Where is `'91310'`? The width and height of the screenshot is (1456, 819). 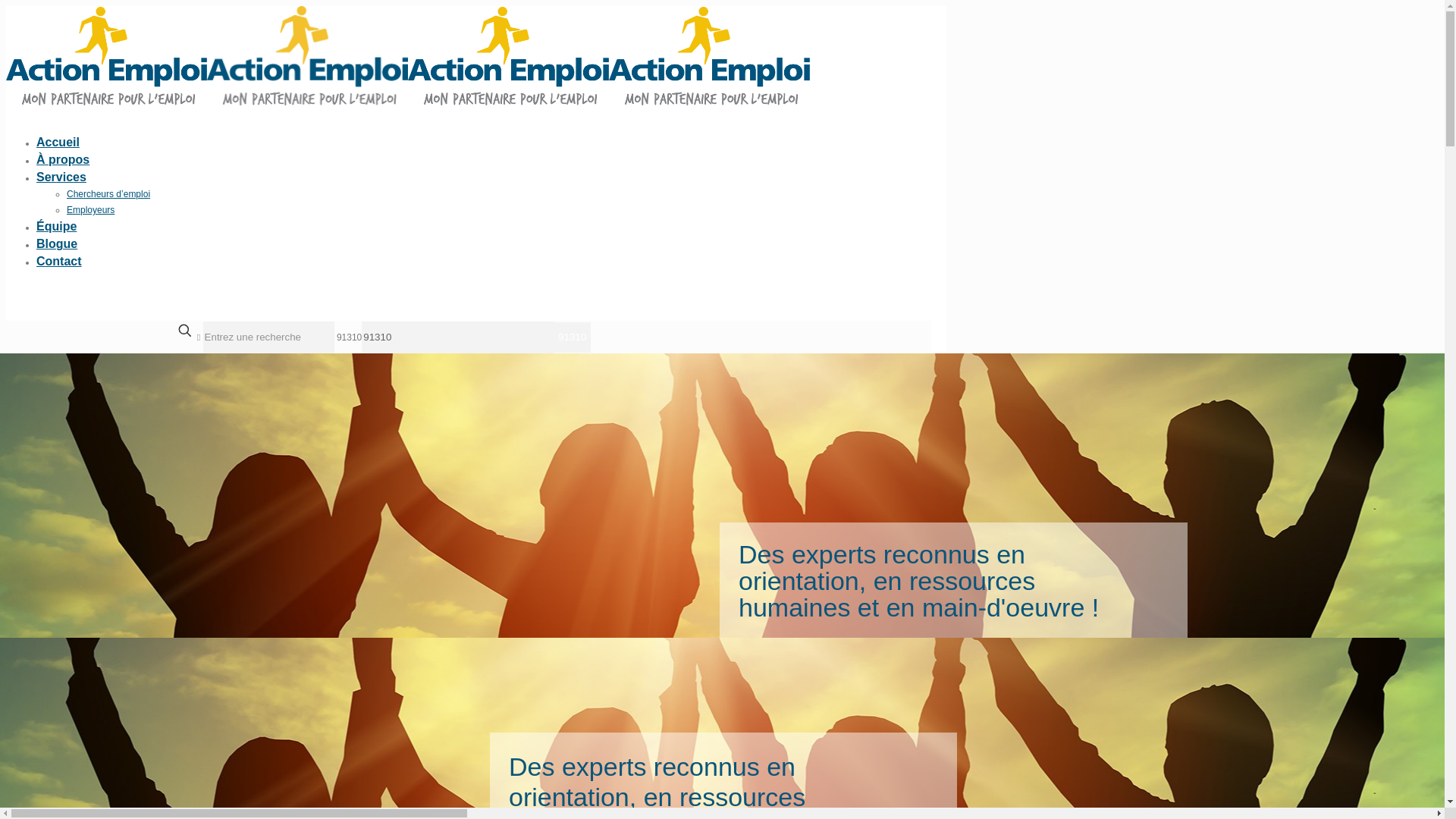 '91310' is located at coordinates (571, 336).